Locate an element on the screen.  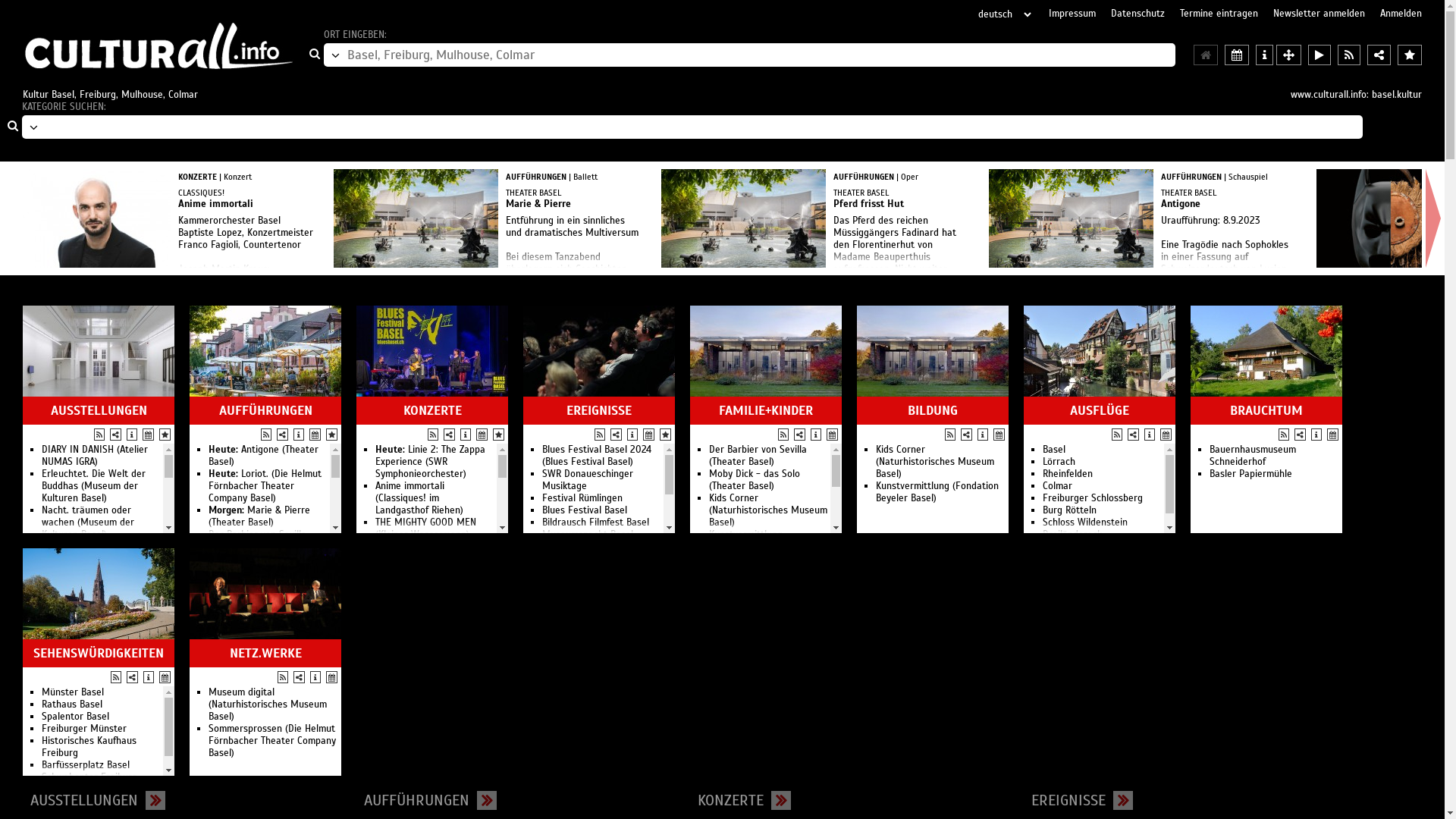
'Videos in Basel, Freiburg, Mulhouse, Colmar' is located at coordinates (1318, 54).